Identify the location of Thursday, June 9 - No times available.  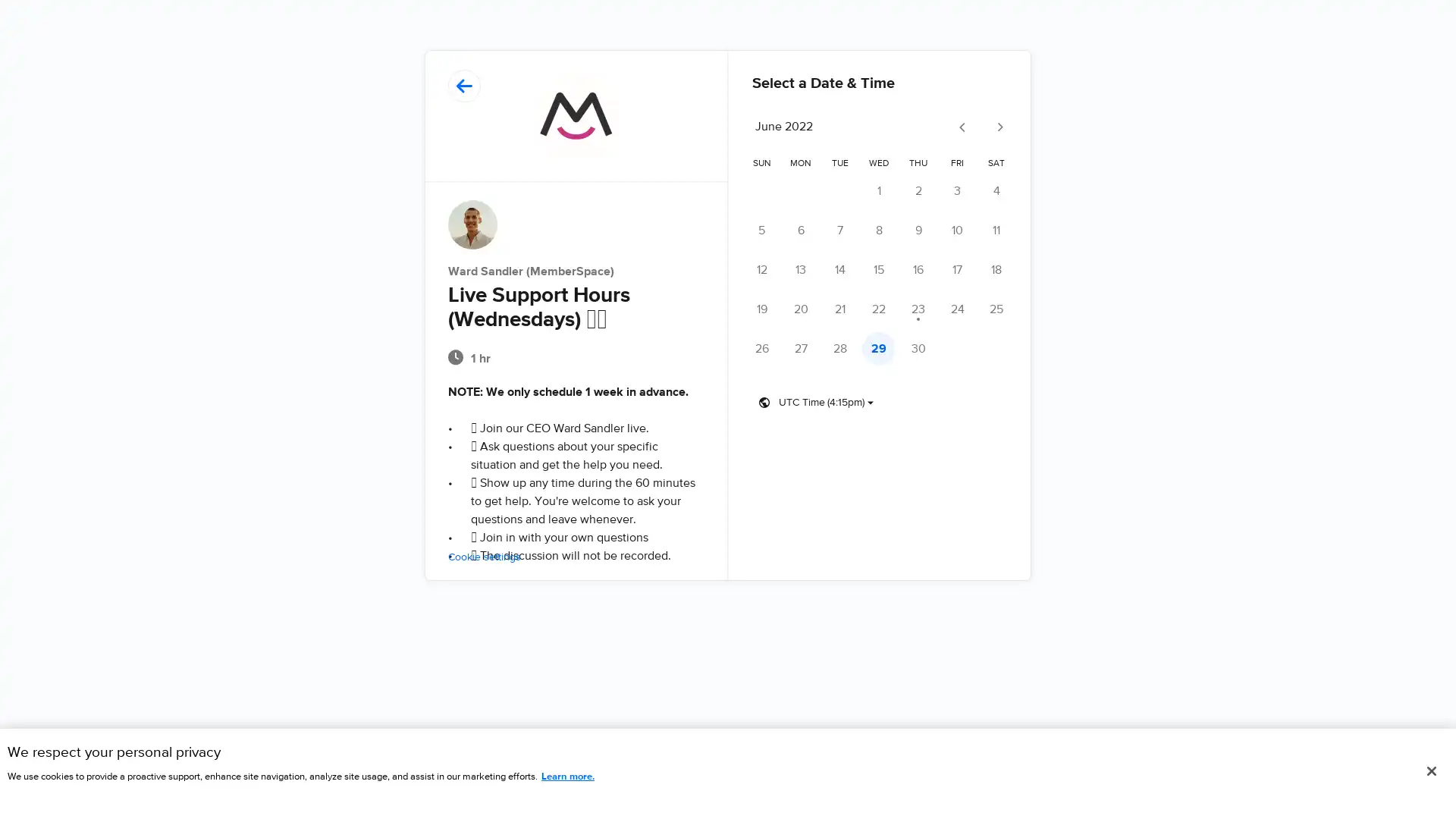
(917, 231).